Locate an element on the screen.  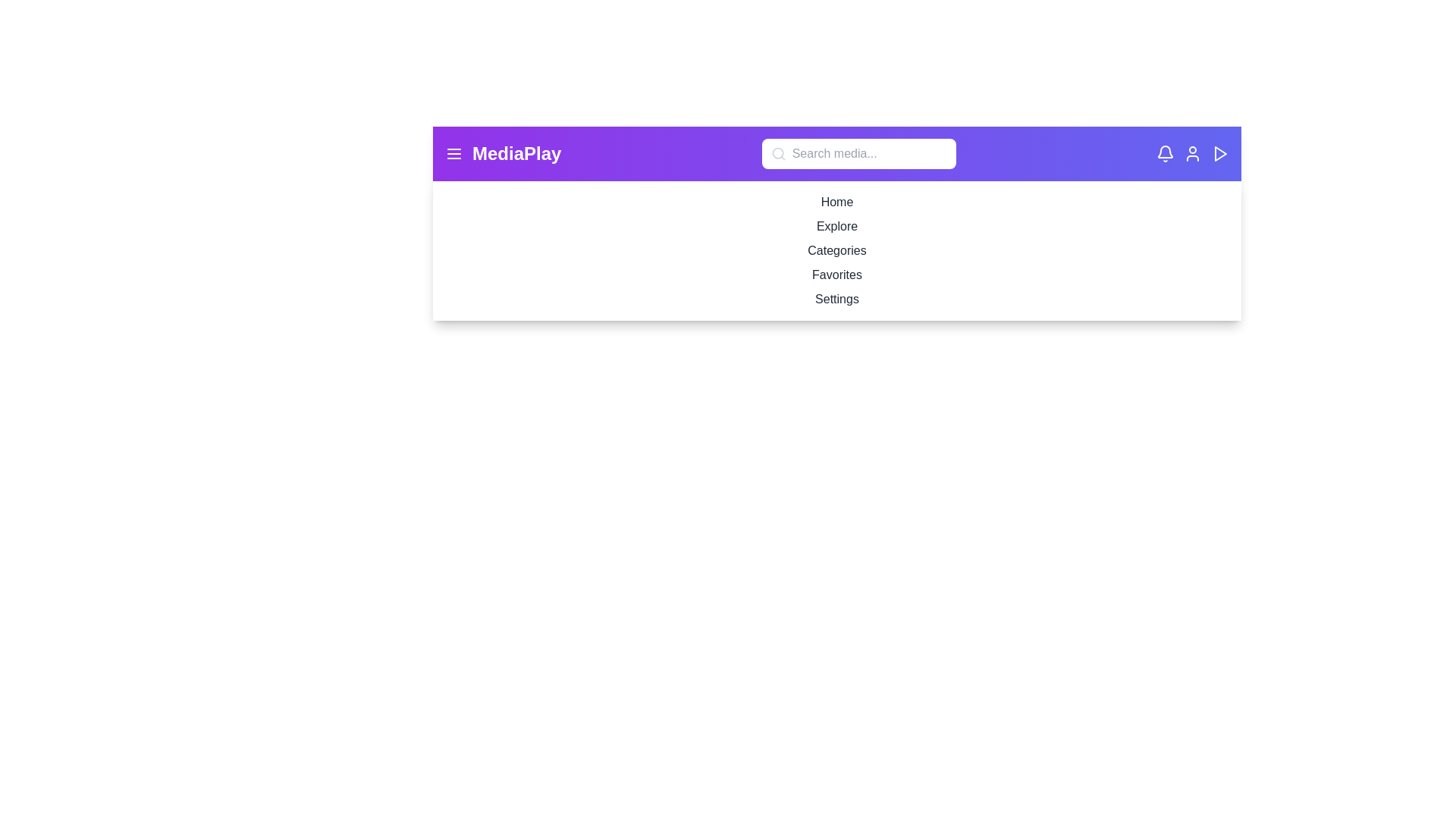
the second item in the vertical menu list, which serves as a label or navigational target is located at coordinates (836, 227).